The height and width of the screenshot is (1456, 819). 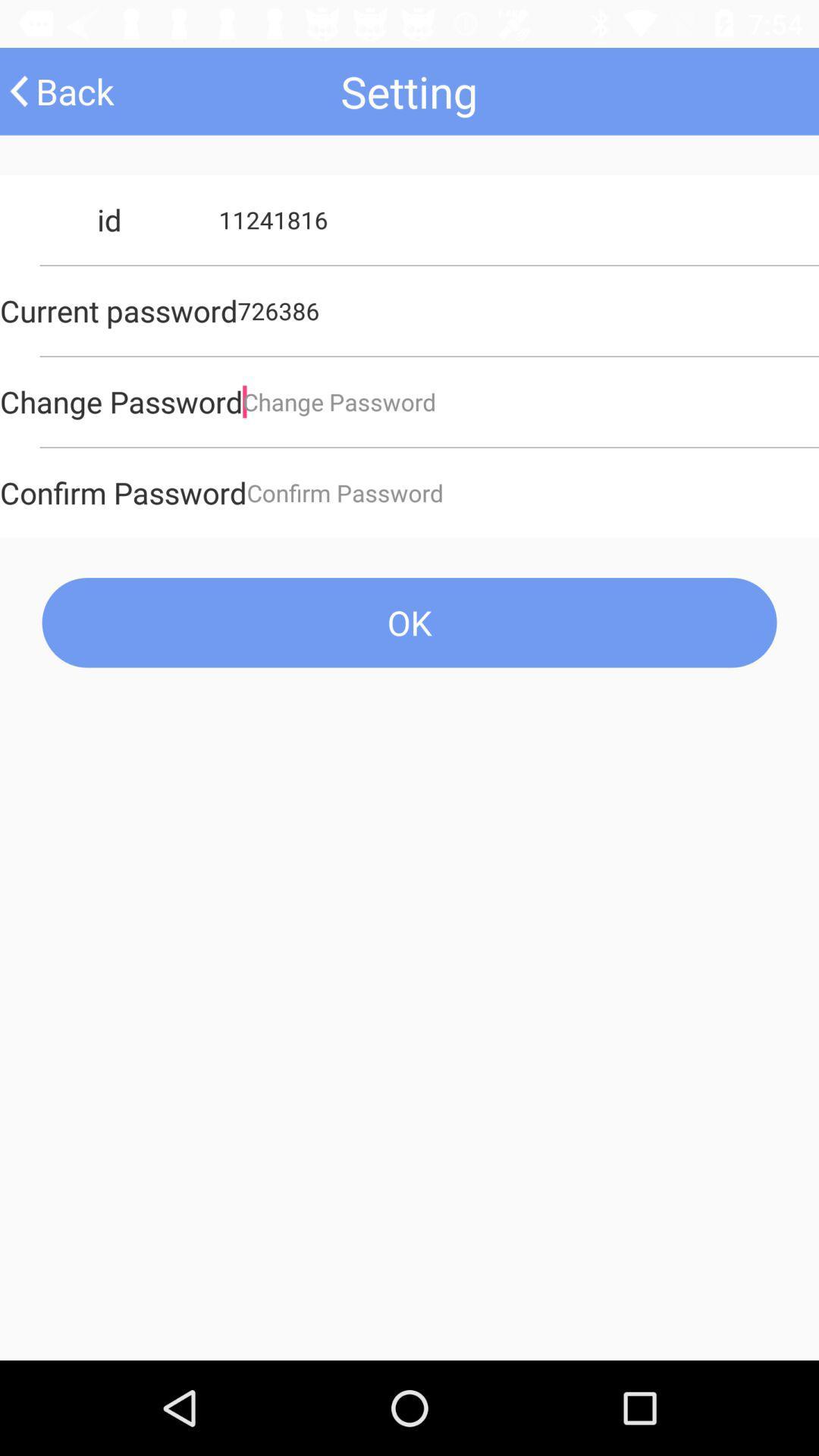 What do you see at coordinates (409, 623) in the screenshot?
I see `the item below the confirm password icon` at bounding box center [409, 623].